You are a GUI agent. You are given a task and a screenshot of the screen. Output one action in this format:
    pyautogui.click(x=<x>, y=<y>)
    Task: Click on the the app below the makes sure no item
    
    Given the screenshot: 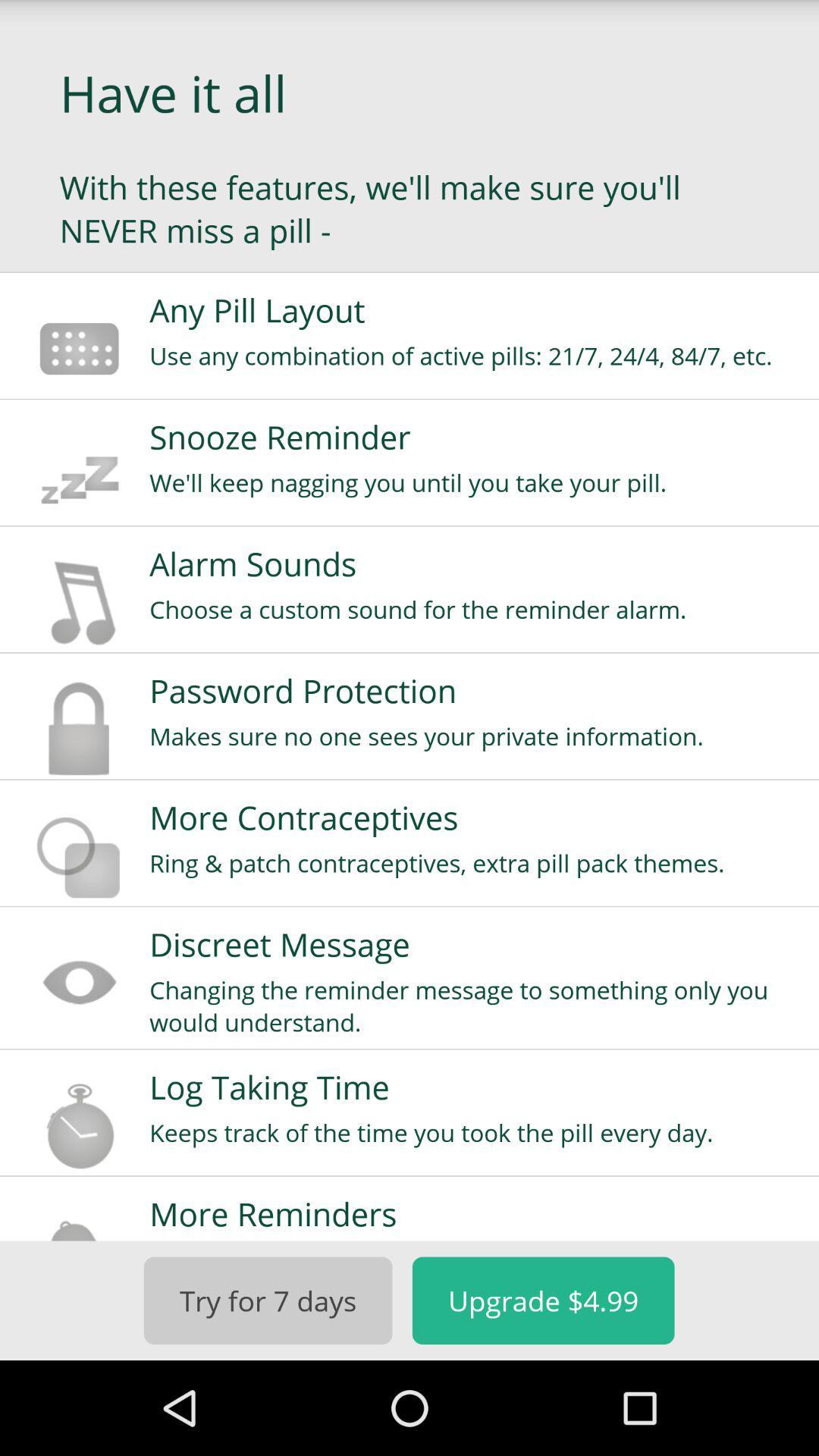 What is the action you would take?
    pyautogui.click(x=473, y=817)
    